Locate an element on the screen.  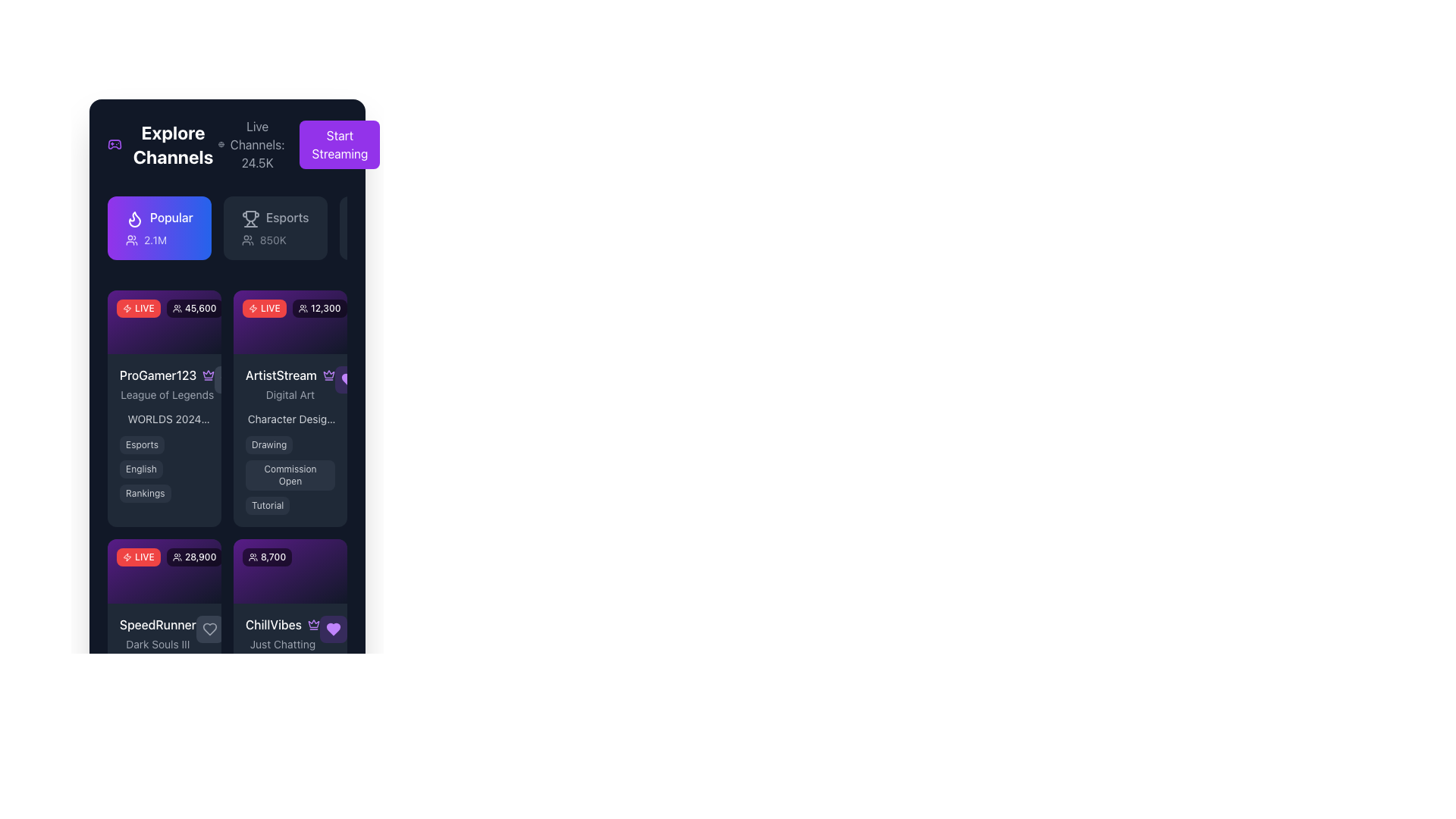
the live status Badge indicating the status of the 'SpeedRunner' stream located in the bottom-left section of the grid layout is located at coordinates (138, 557).